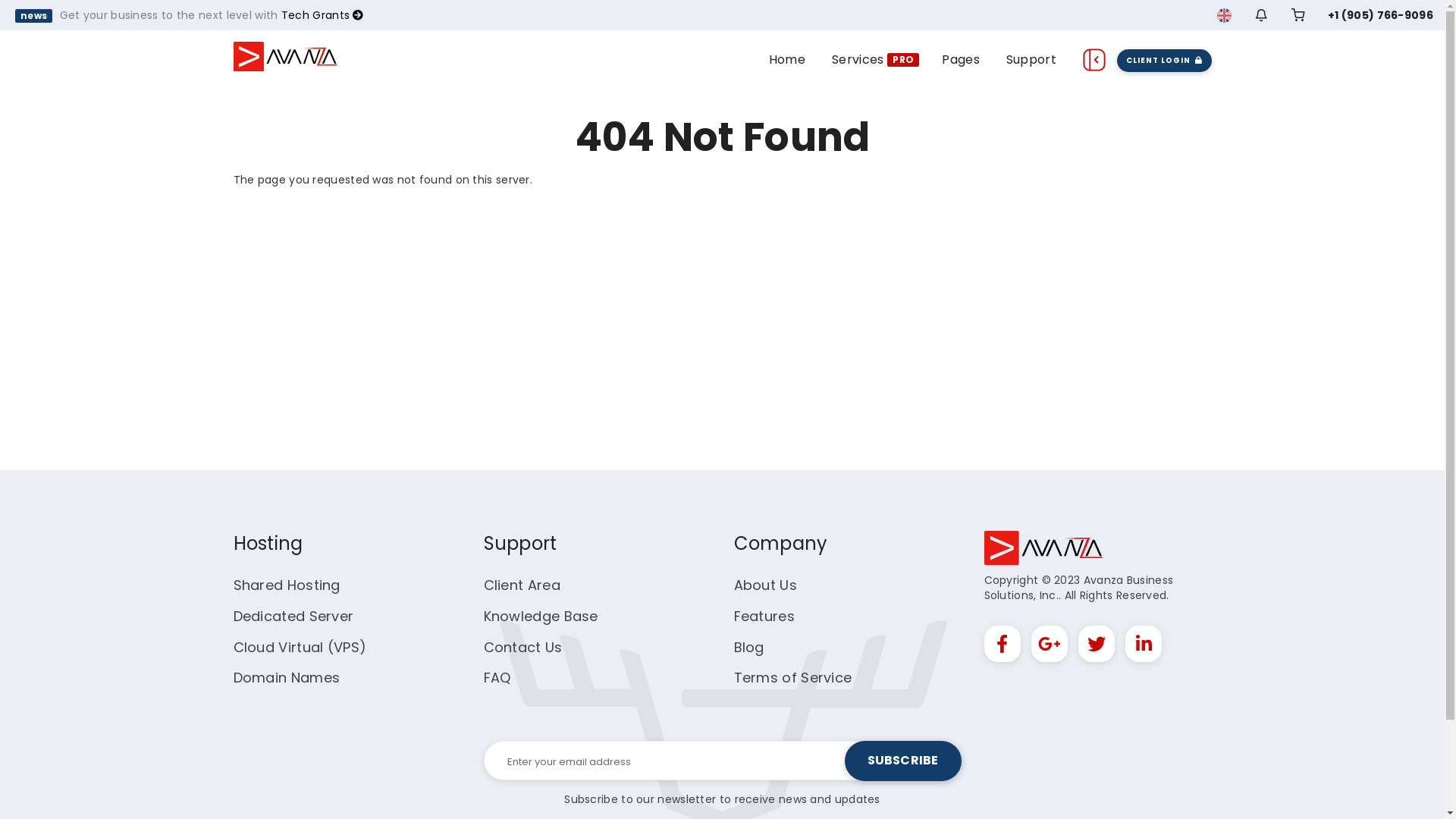 Image resolution: width=1456 pixels, height=819 pixels. I want to click on 'Home', so click(786, 58).